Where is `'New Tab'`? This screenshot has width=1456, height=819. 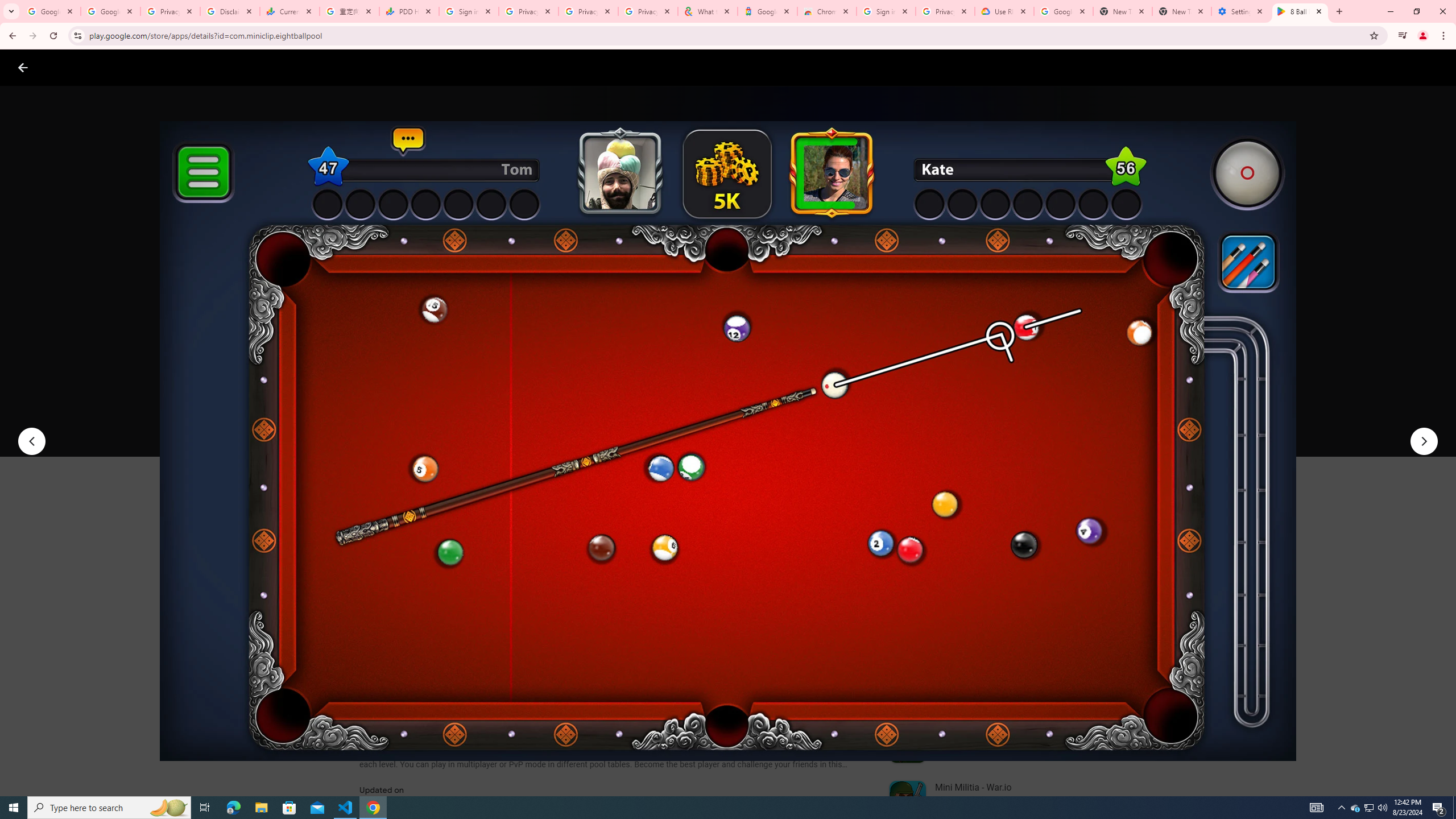 'New Tab' is located at coordinates (1182, 11).